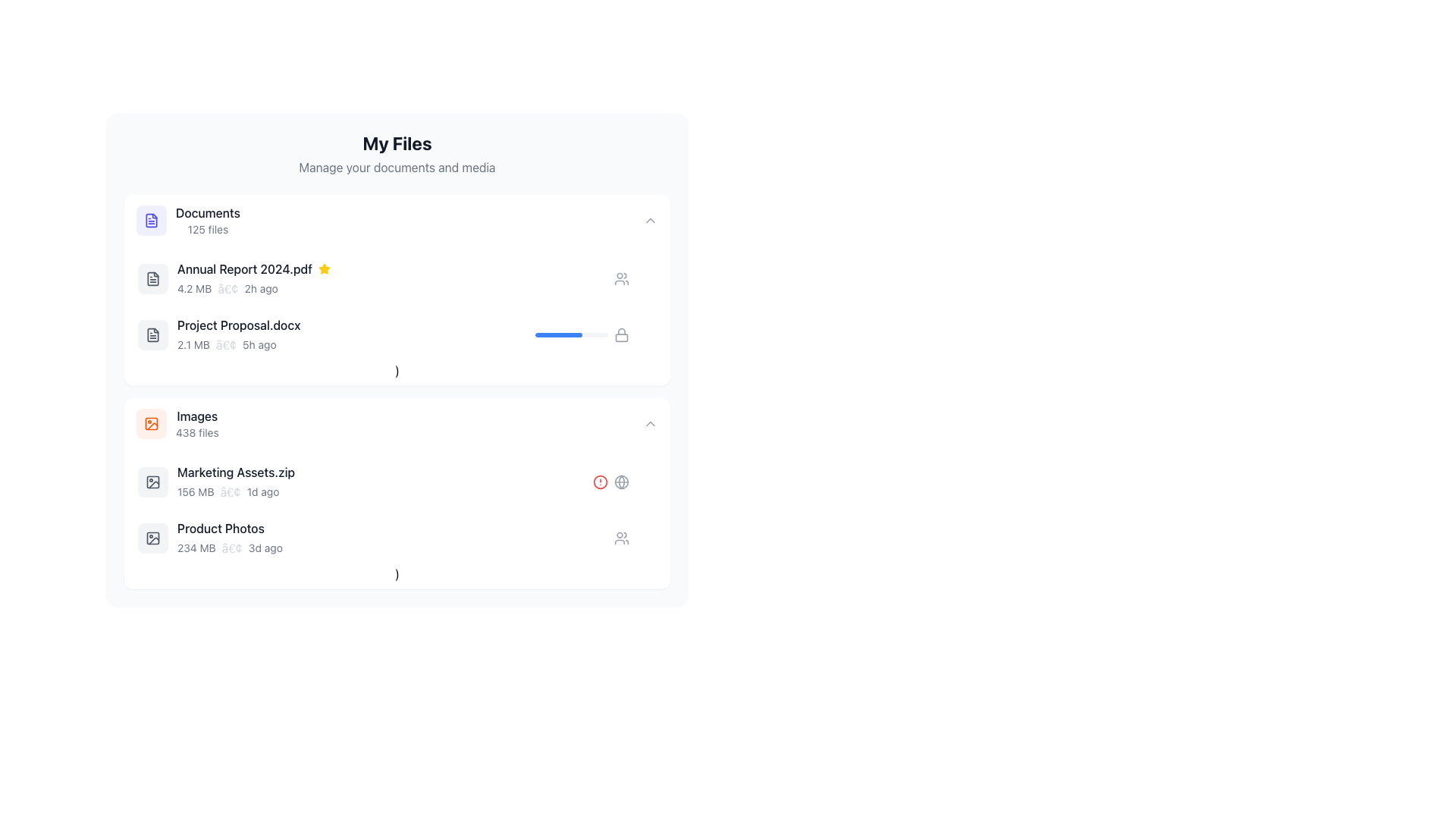 The height and width of the screenshot is (819, 1456). Describe the element at coordinates (397, 334) in the screenshot. I see `the file entry for 'Project Proposal.docx' in the file manager interface` at that location.